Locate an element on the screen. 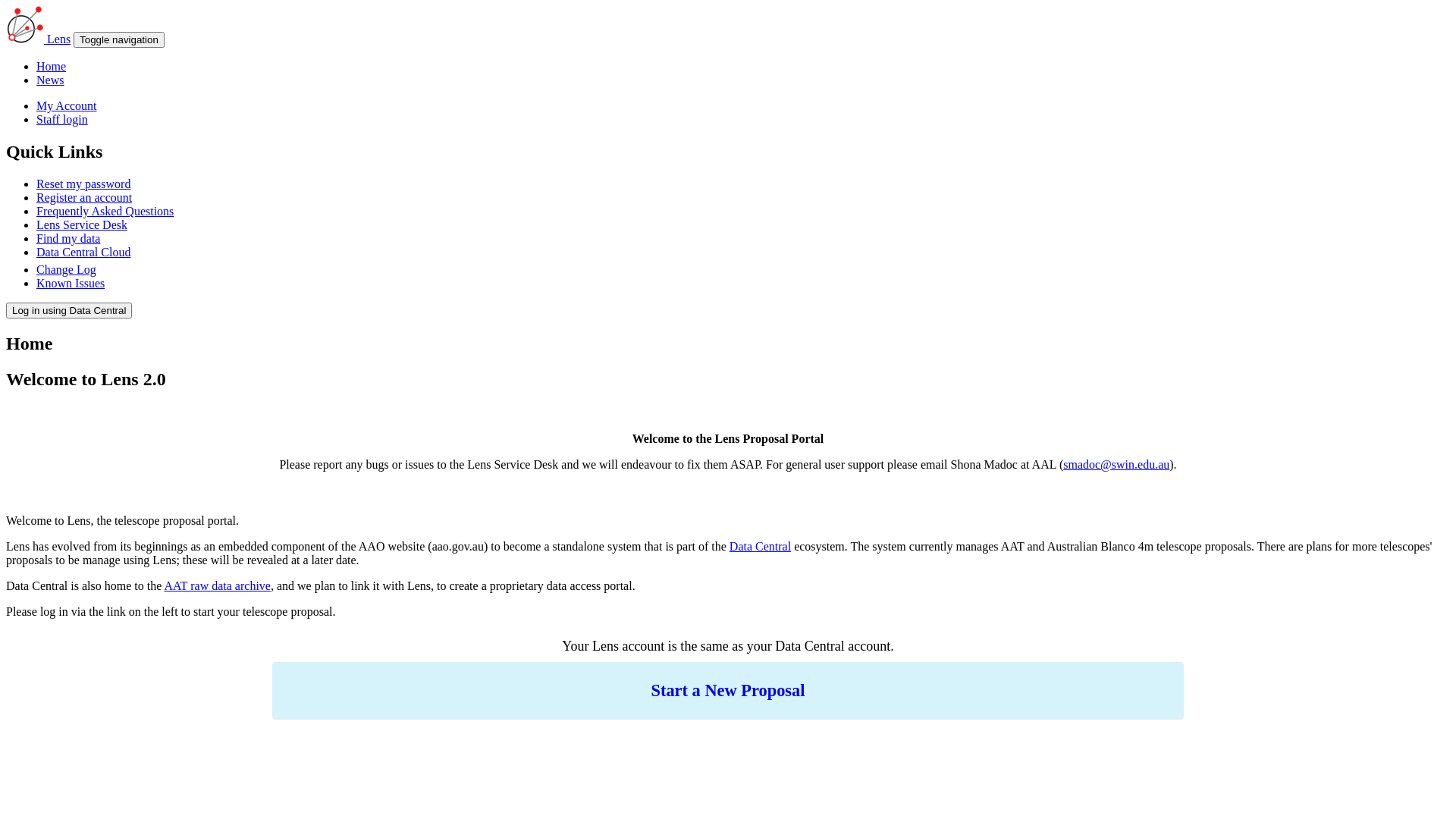  'Start a New Proposal' is located at coordinates (728, 690).